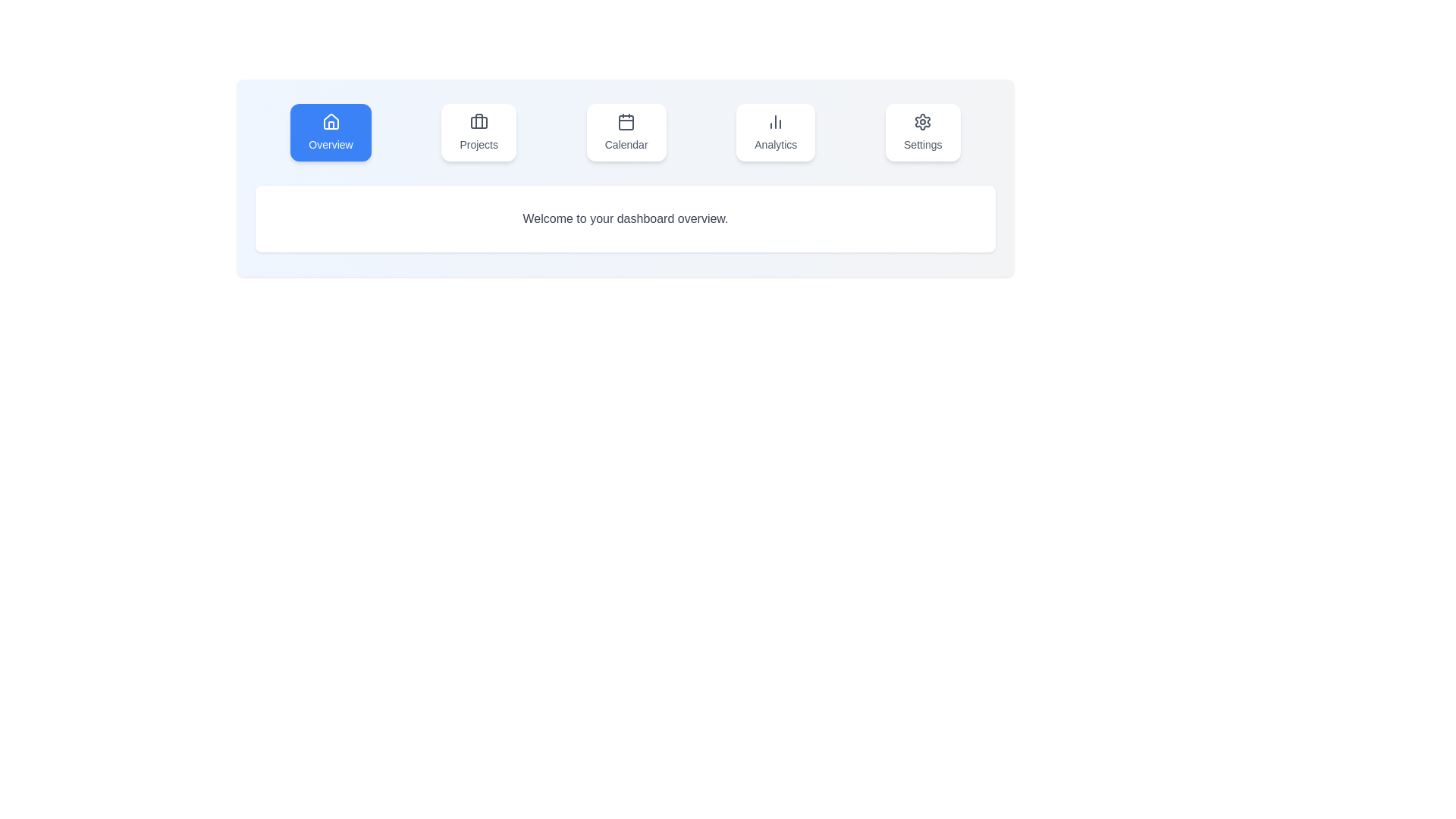 This screenshot has width=1456, height=819. Describe the element at coordinates (626, 131) in the screenshot. I see `keyboard navigation` at that location.